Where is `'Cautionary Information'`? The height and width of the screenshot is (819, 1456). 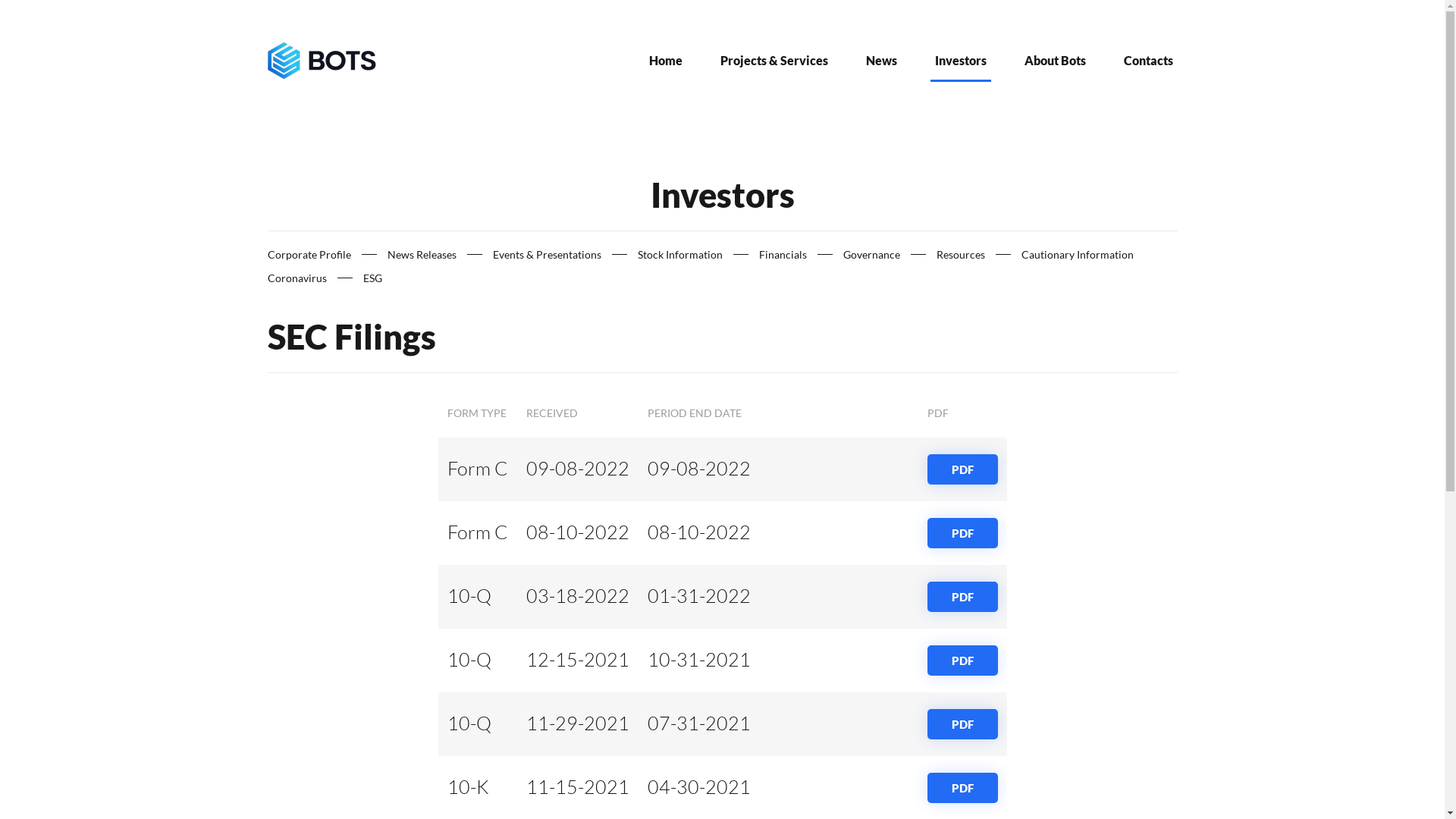
'Cautionary Information' is located at coordinates (1076, 253).